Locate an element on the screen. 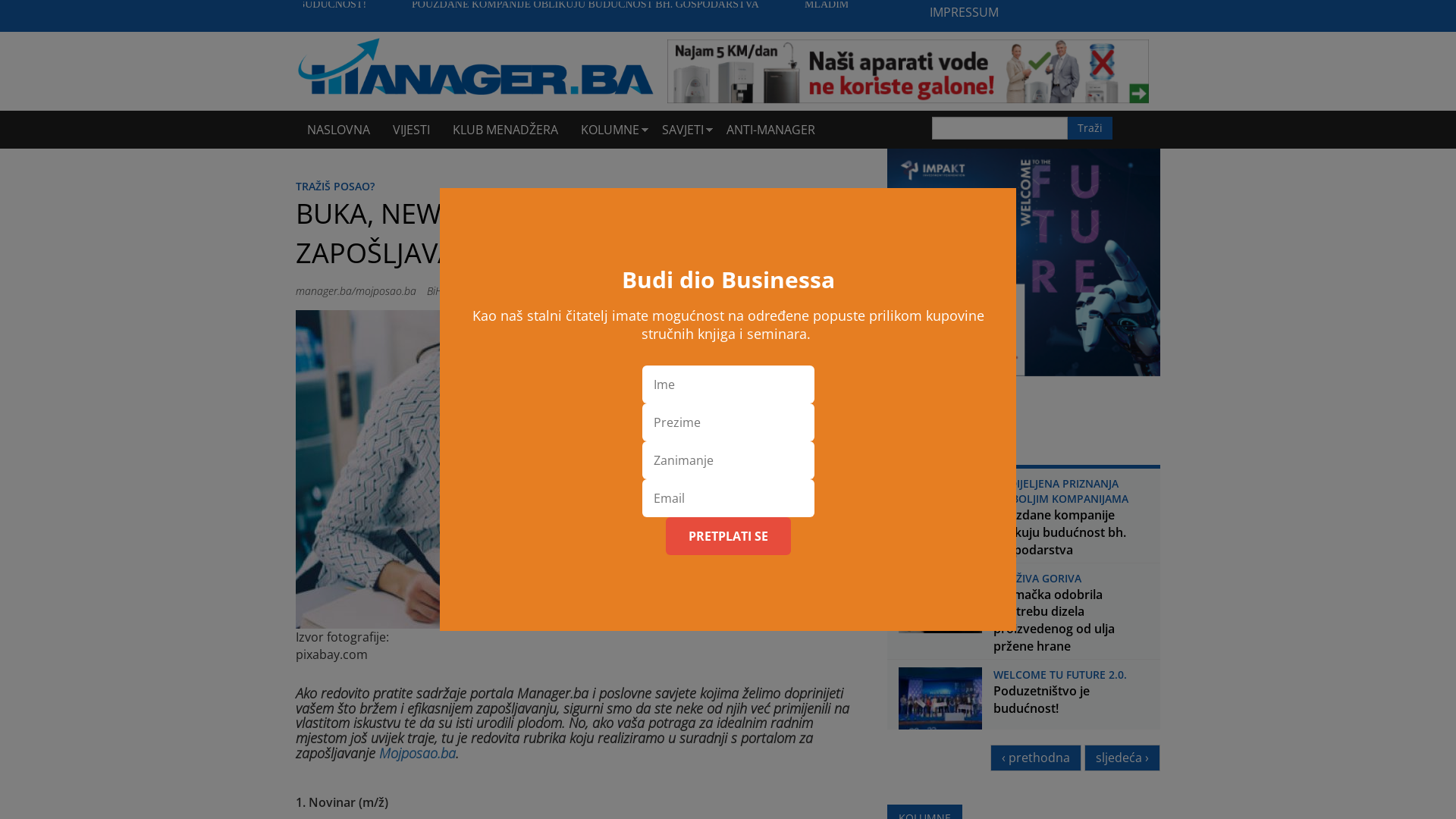 The image size is (1456, 819). 'ANTI-MANAGER' is located at coordinates (714, 128).